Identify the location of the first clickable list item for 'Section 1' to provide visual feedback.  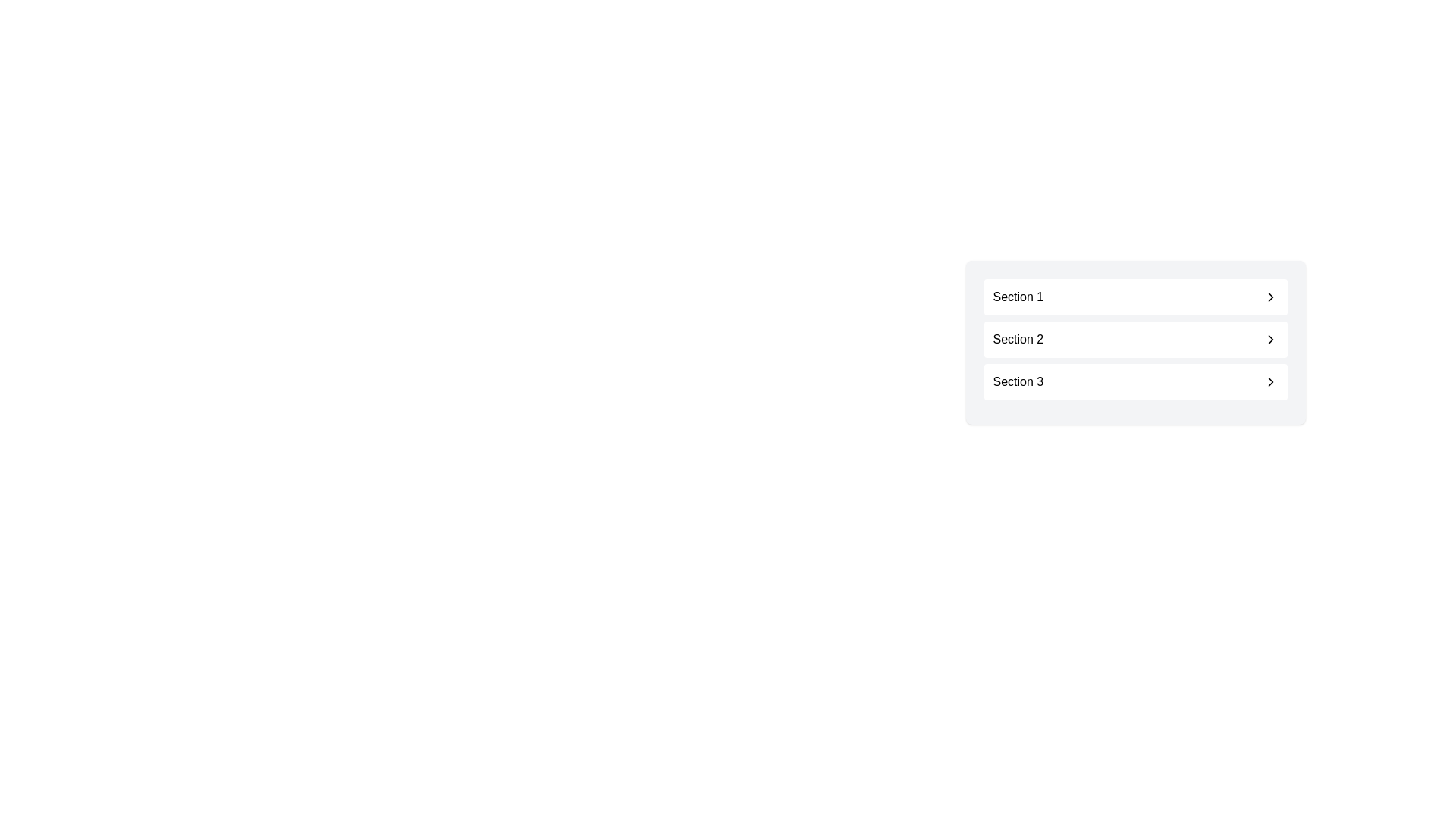
(1135, 297).